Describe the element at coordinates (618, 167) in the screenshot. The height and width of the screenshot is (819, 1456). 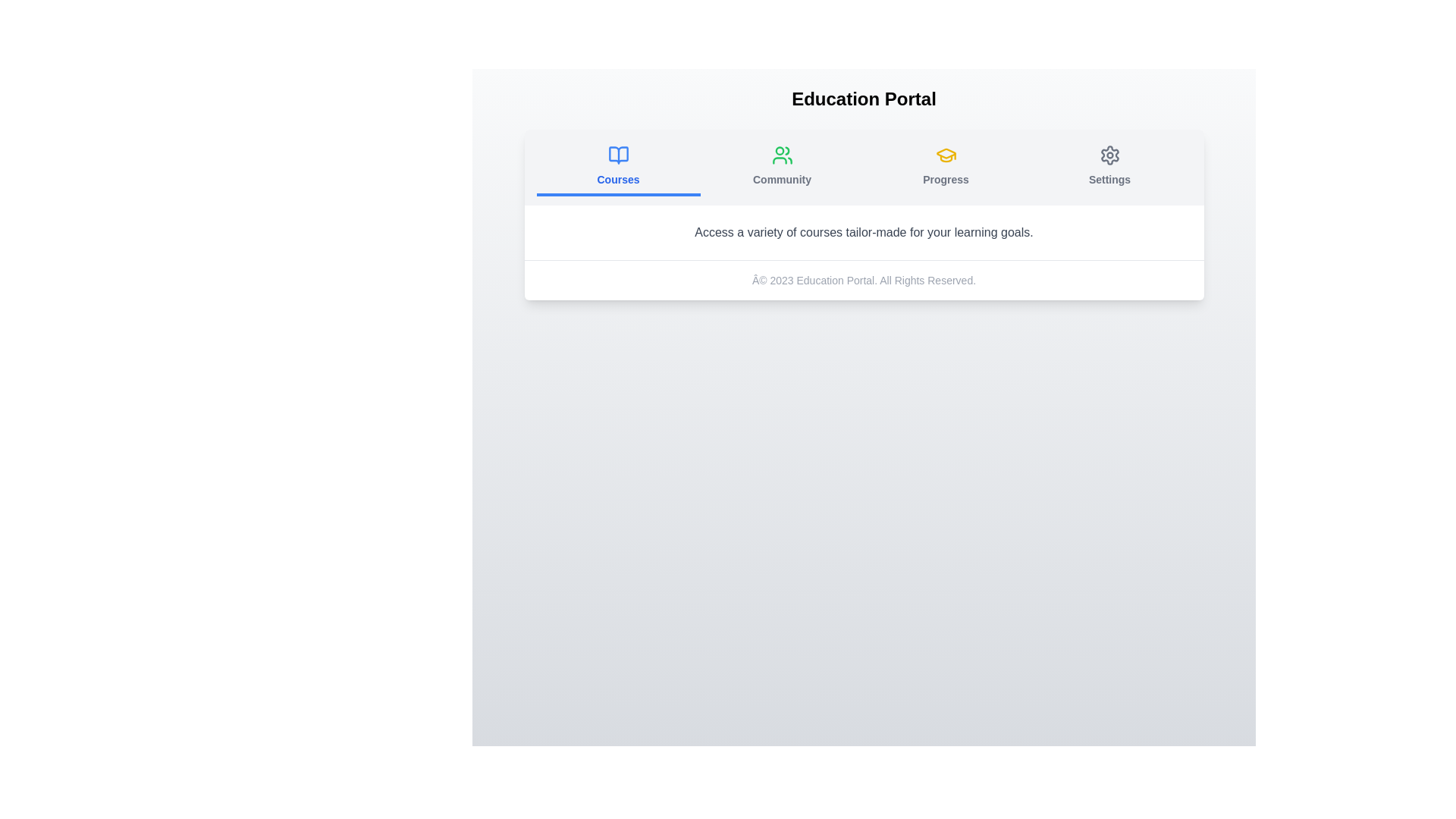
I see `the 'Courses' navigation button, which is the first button in the navigation bar and features an open book icon above the text` at that location.